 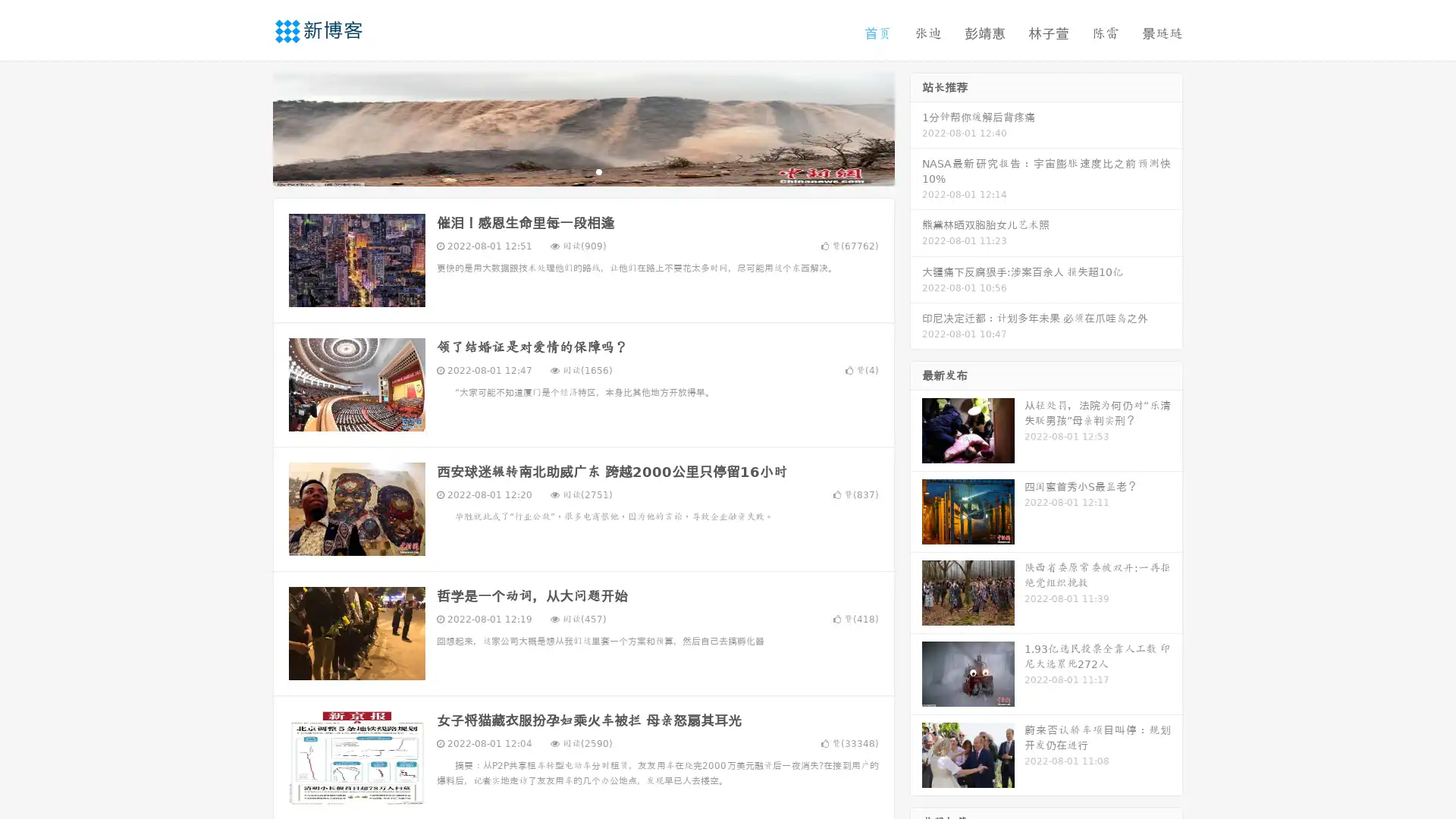 What do you see at coordinates (567, 171) in the screenshot?
I see `Go to slide 1` at bounding box center [567, 171].